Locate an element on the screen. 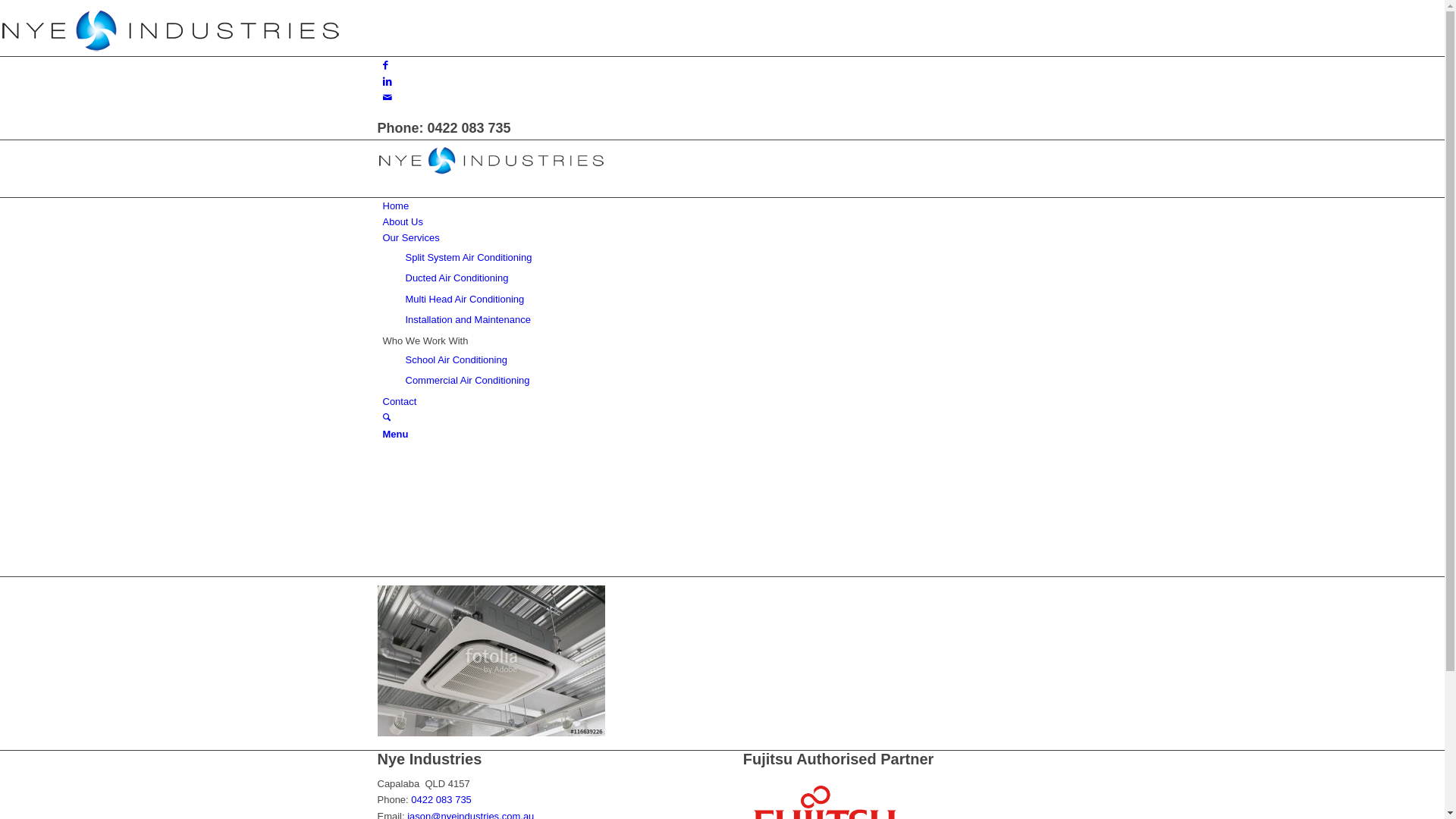 The width and height of the screenshot is (1456, 819). 'School Air Conditioning' is located at coordinates (404, 359).